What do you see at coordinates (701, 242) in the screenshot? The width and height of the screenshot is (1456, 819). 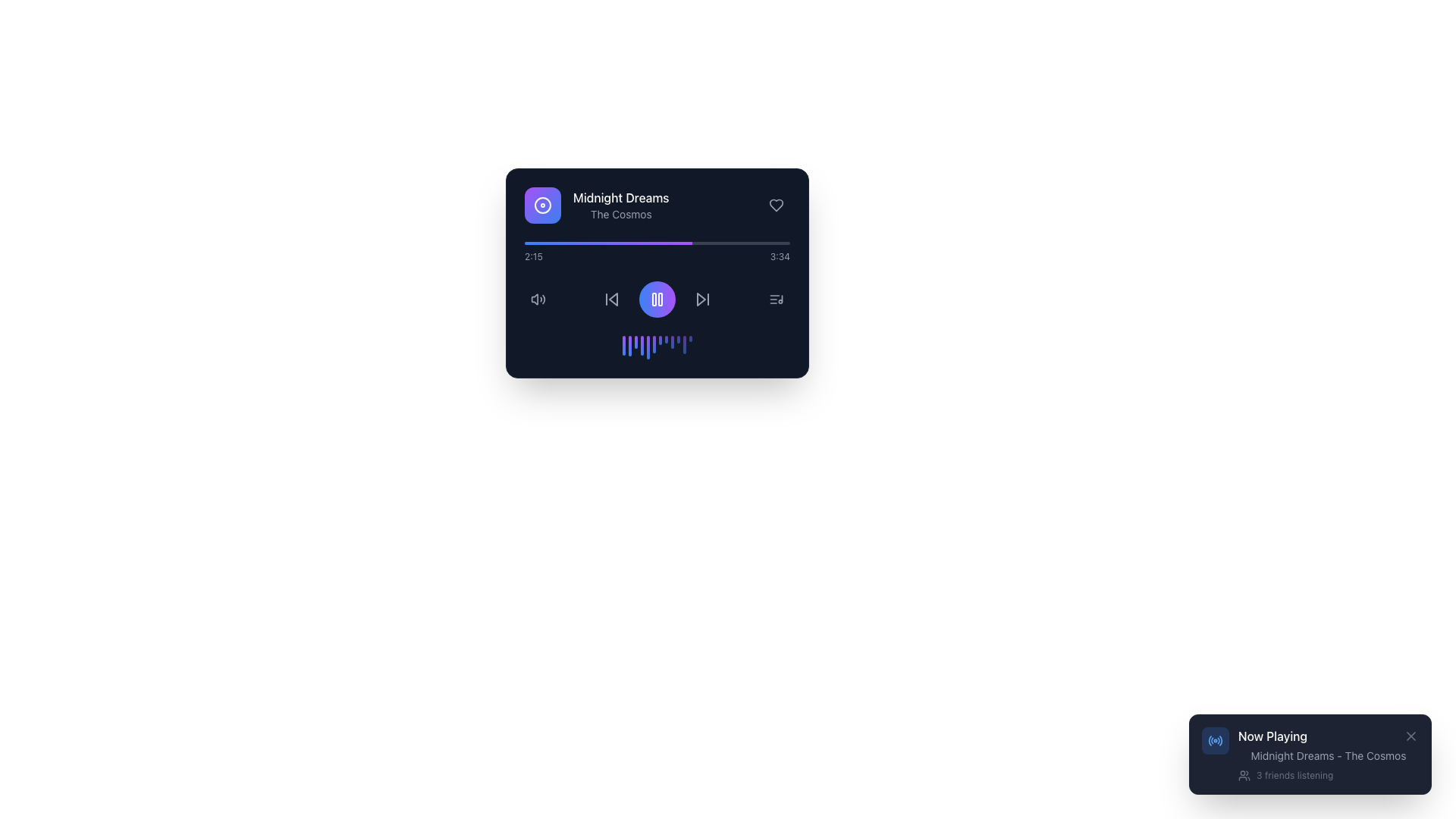 I see `progress` at bounding box center [701, 242].